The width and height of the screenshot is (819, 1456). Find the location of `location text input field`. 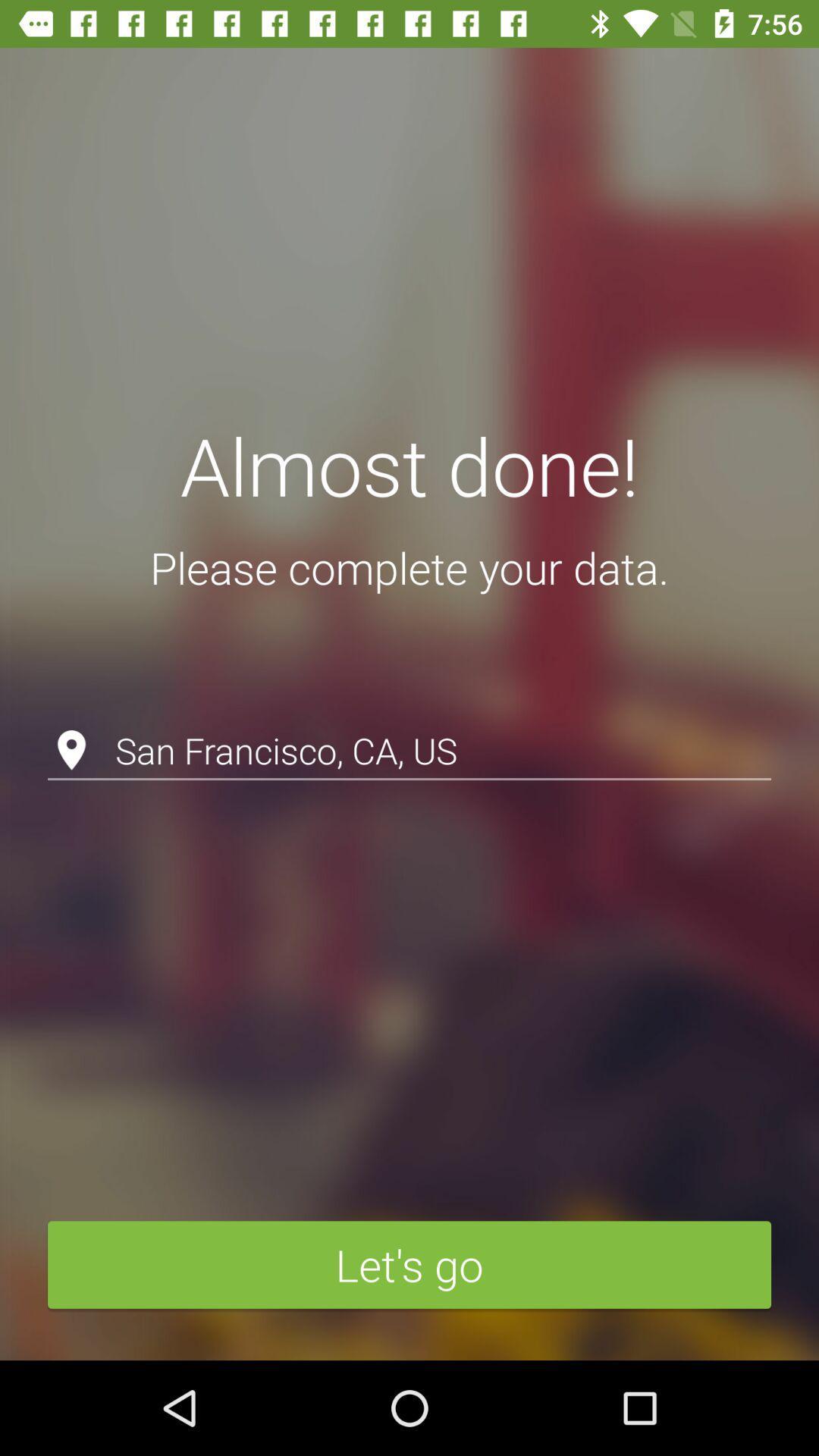

location text input field is located at coordinates (409, 711).